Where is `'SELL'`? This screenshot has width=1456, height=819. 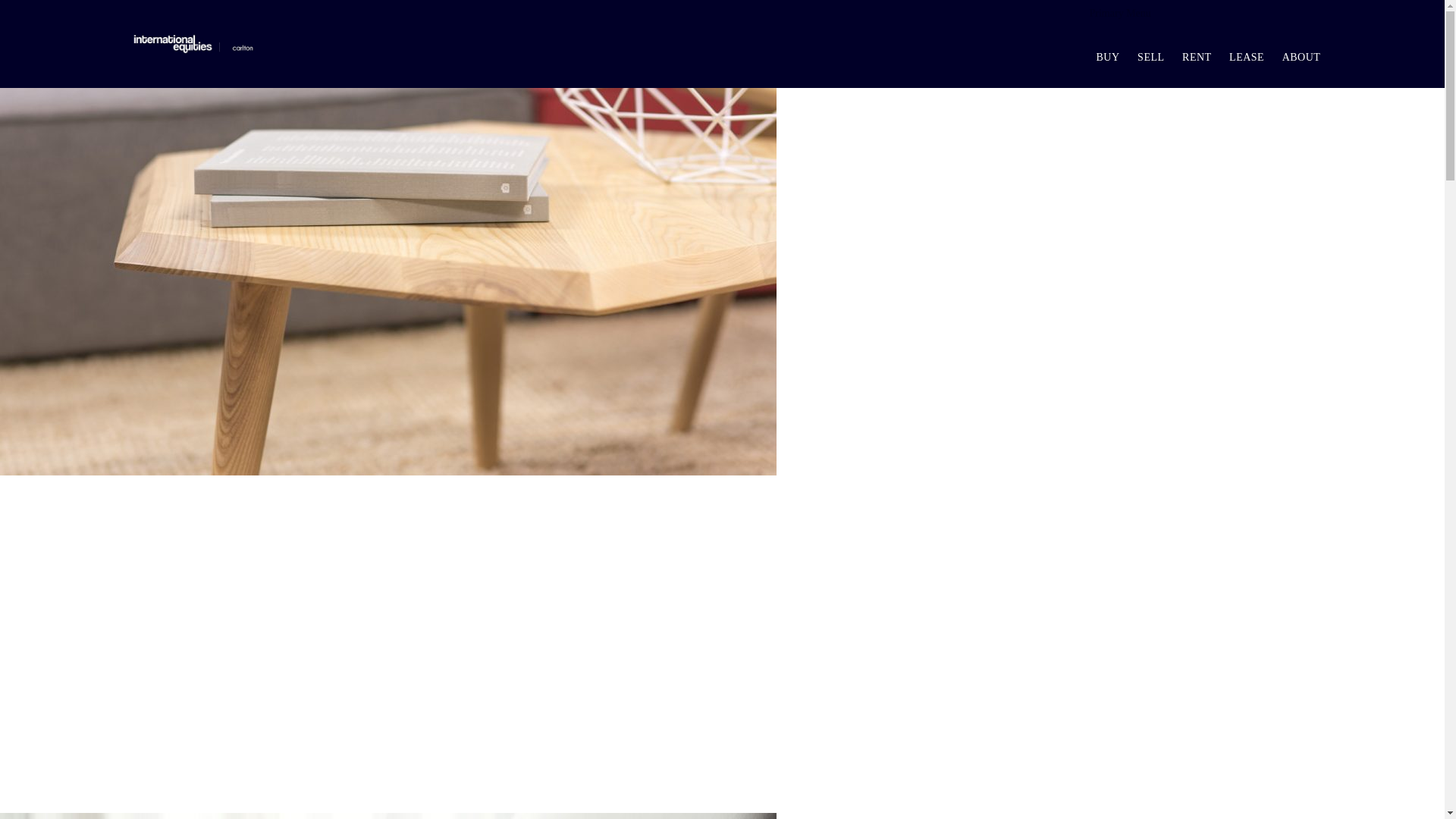
'SELL' is located at coordinates (1129, 57).